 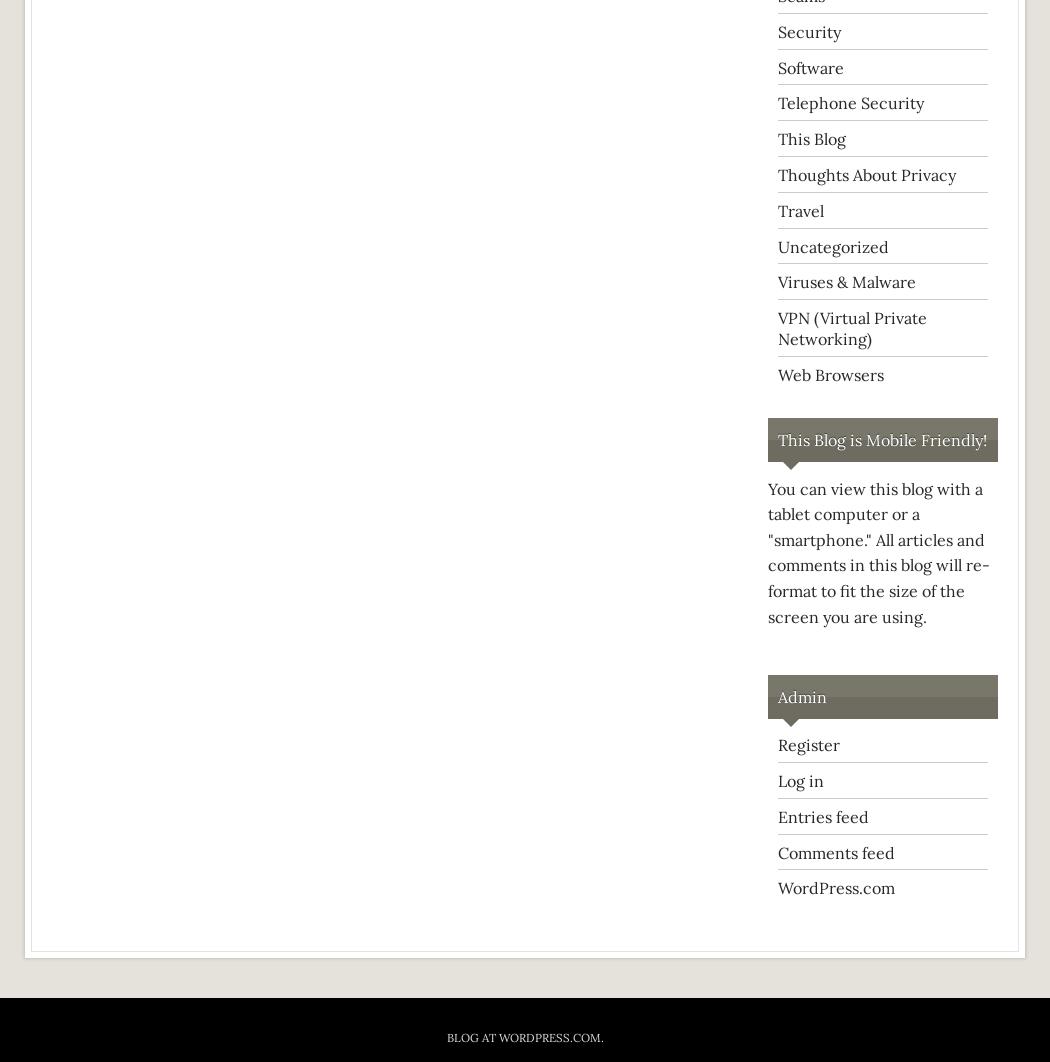 What do you see at coordinates (847, 280) in the screenshot?
I see `'Viruses & Malware'` at bounding box center [847, 280].